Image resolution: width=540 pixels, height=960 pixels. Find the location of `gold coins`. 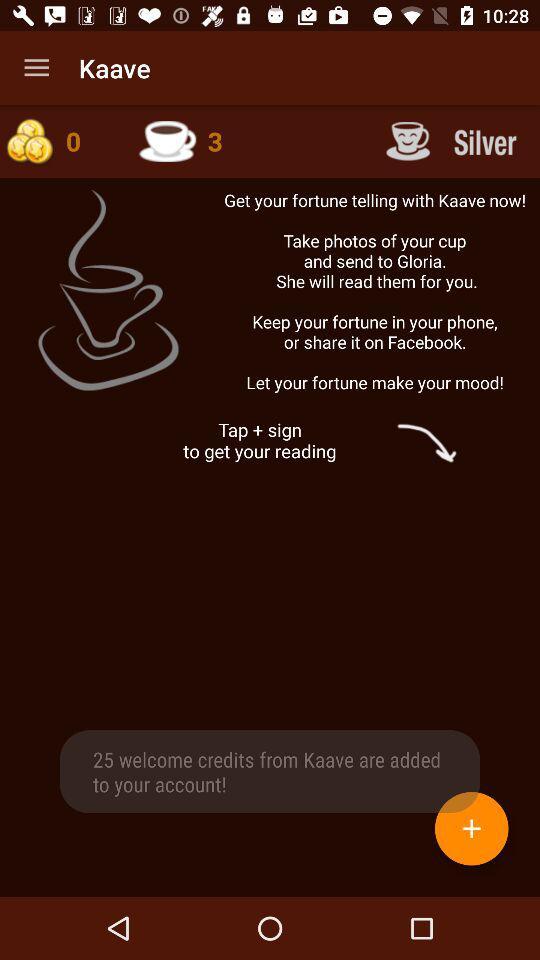

gold coins is located at coordinates (59, 140).